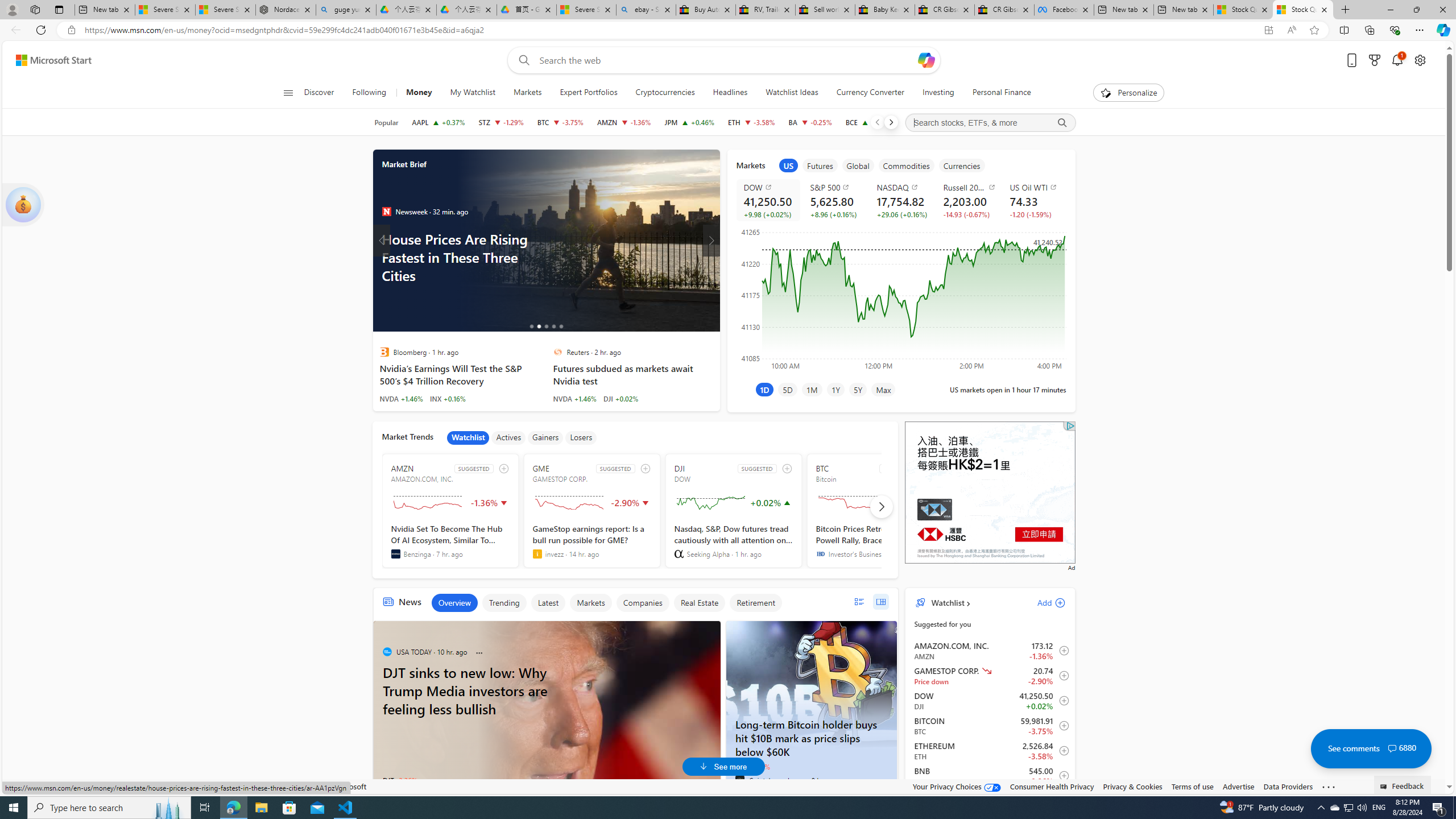 Image resolution: width=1456 pixels, height=819 pixels. Describe the element at coordinates (46, 59) in the screenshot. I see `'Skip to footer'` at that location.